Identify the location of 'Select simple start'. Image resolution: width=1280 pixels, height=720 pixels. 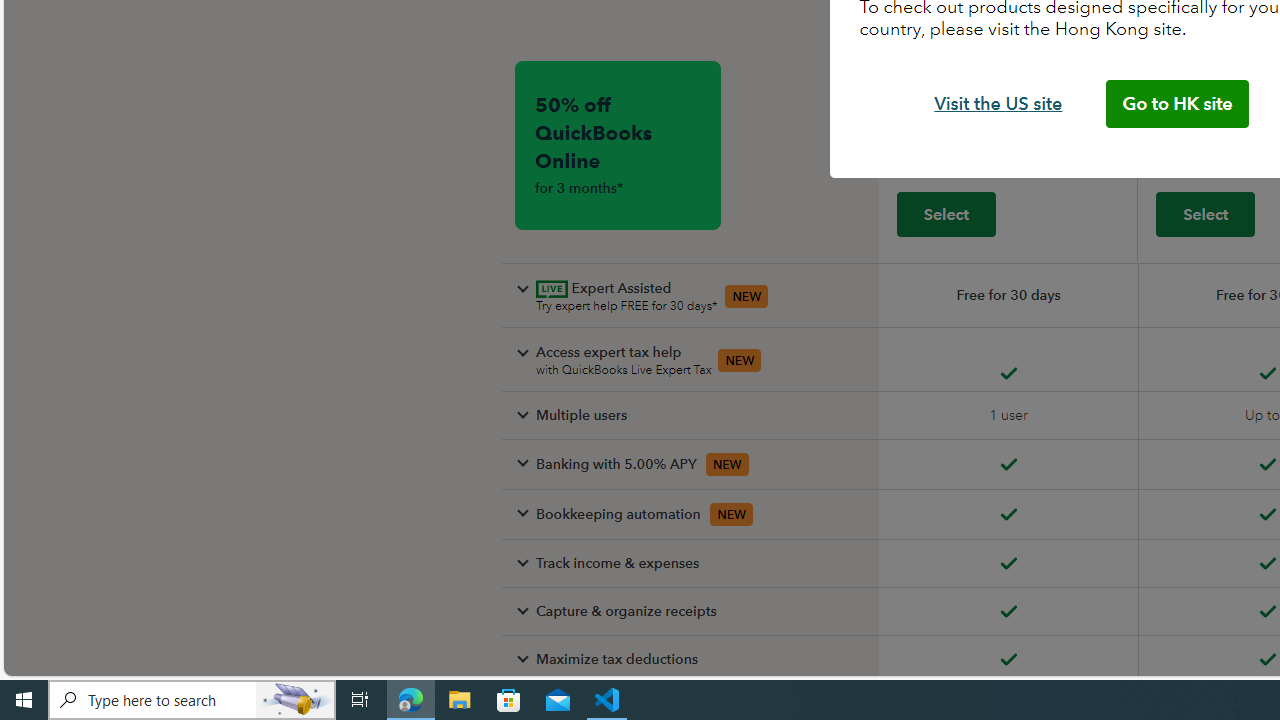
(944, 213).